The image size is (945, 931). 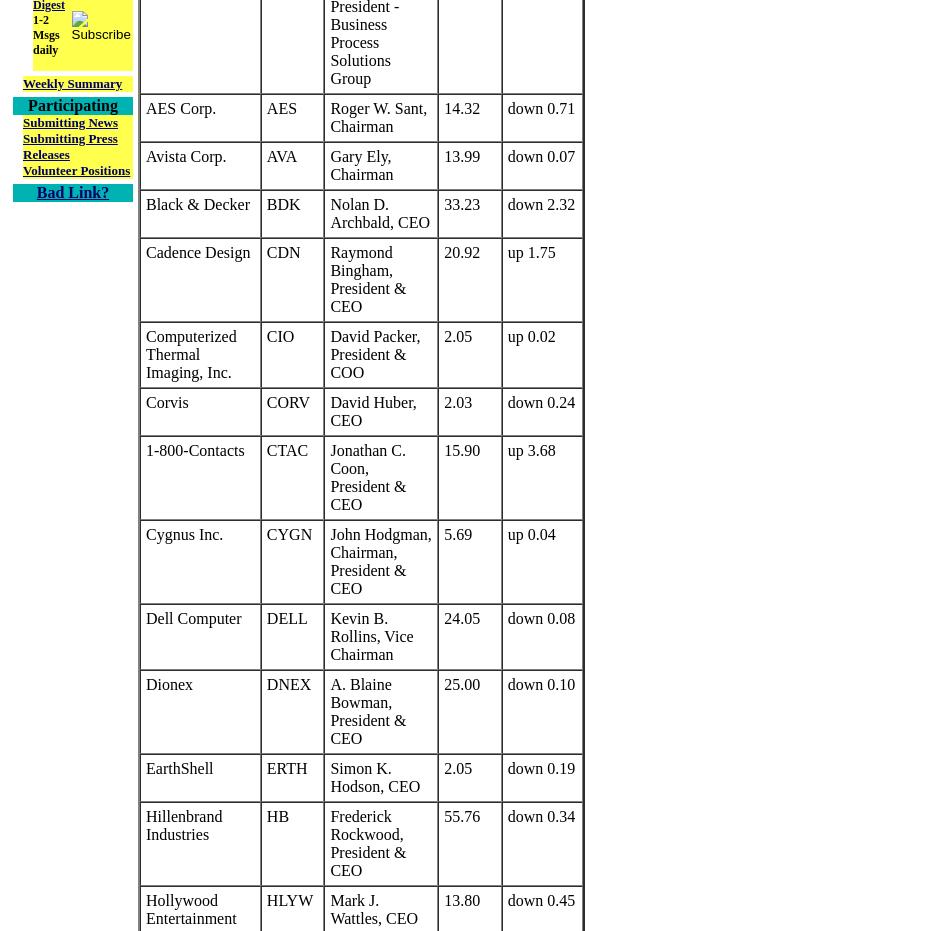 I want to click on '20.92', so click(x=462, y=252).